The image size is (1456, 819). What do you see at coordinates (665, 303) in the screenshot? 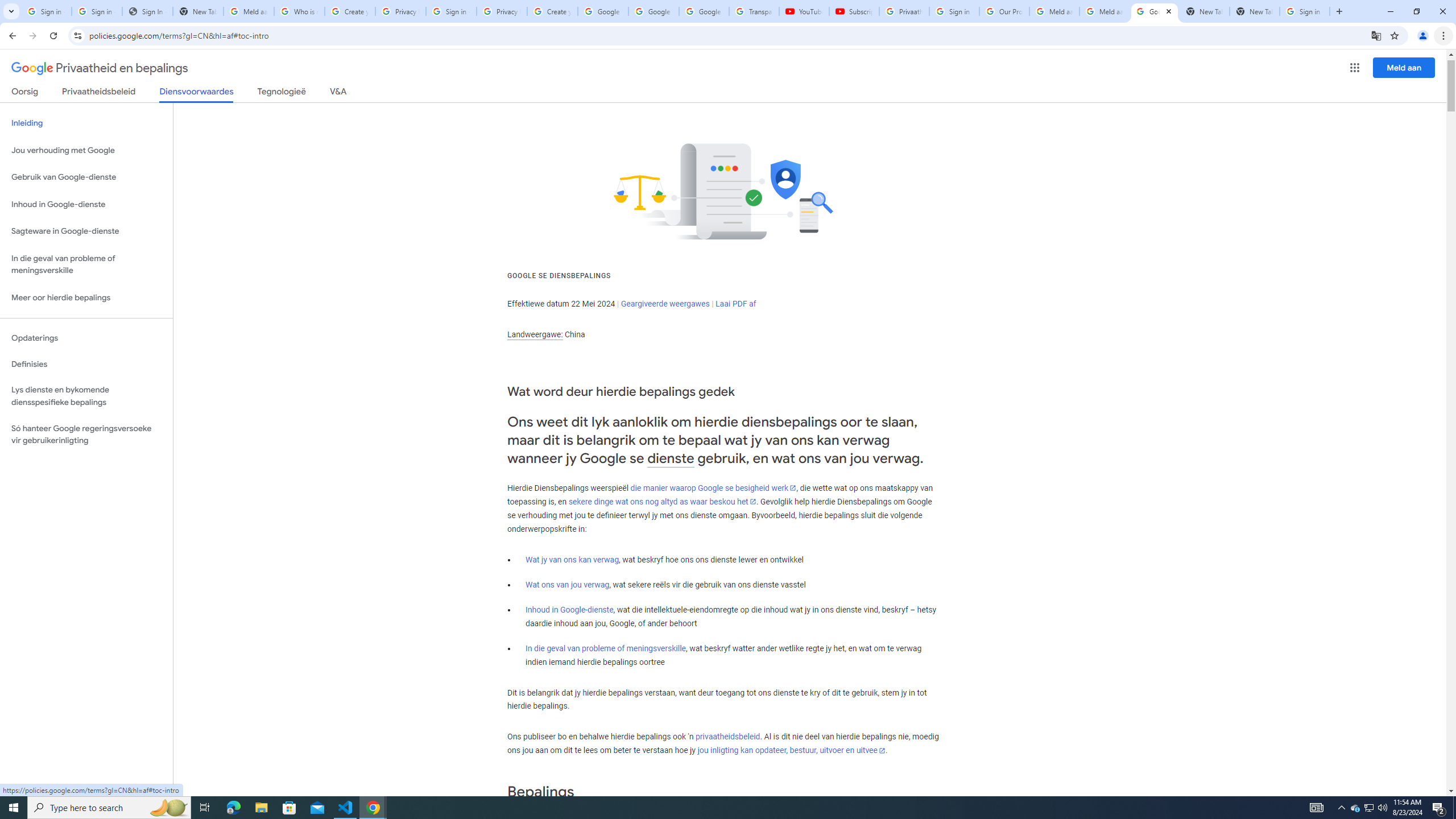
I see `'Geargiveerde weergawes'` at bounding box center [665, 303].